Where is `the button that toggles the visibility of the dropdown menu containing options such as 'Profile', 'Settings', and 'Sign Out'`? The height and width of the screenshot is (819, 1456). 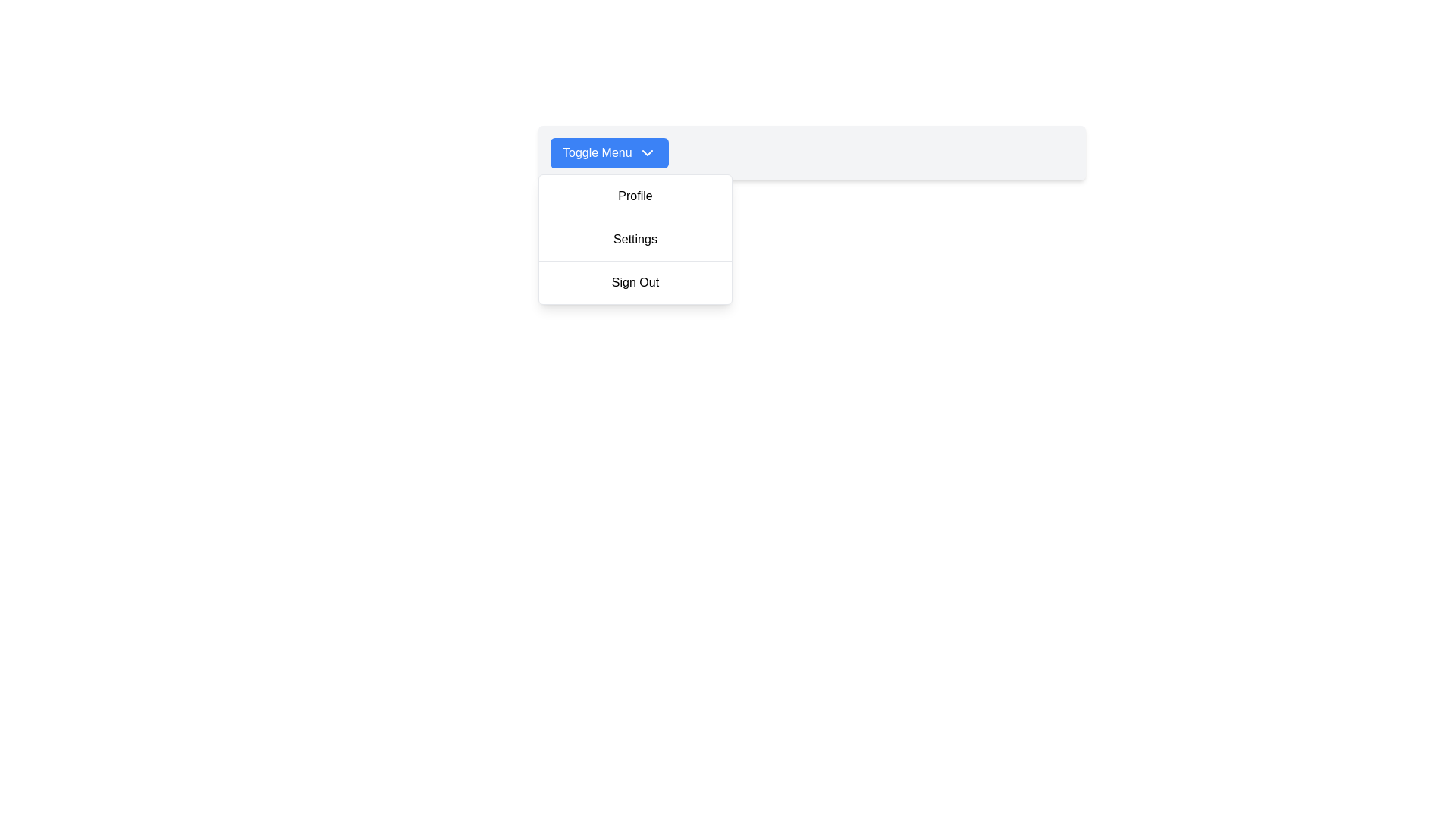
the button that toggles the visibility of the dropdown menu containing options such as 'Profile', 'Settings', and 'Sign Out' is located at coordinates (609, 152).